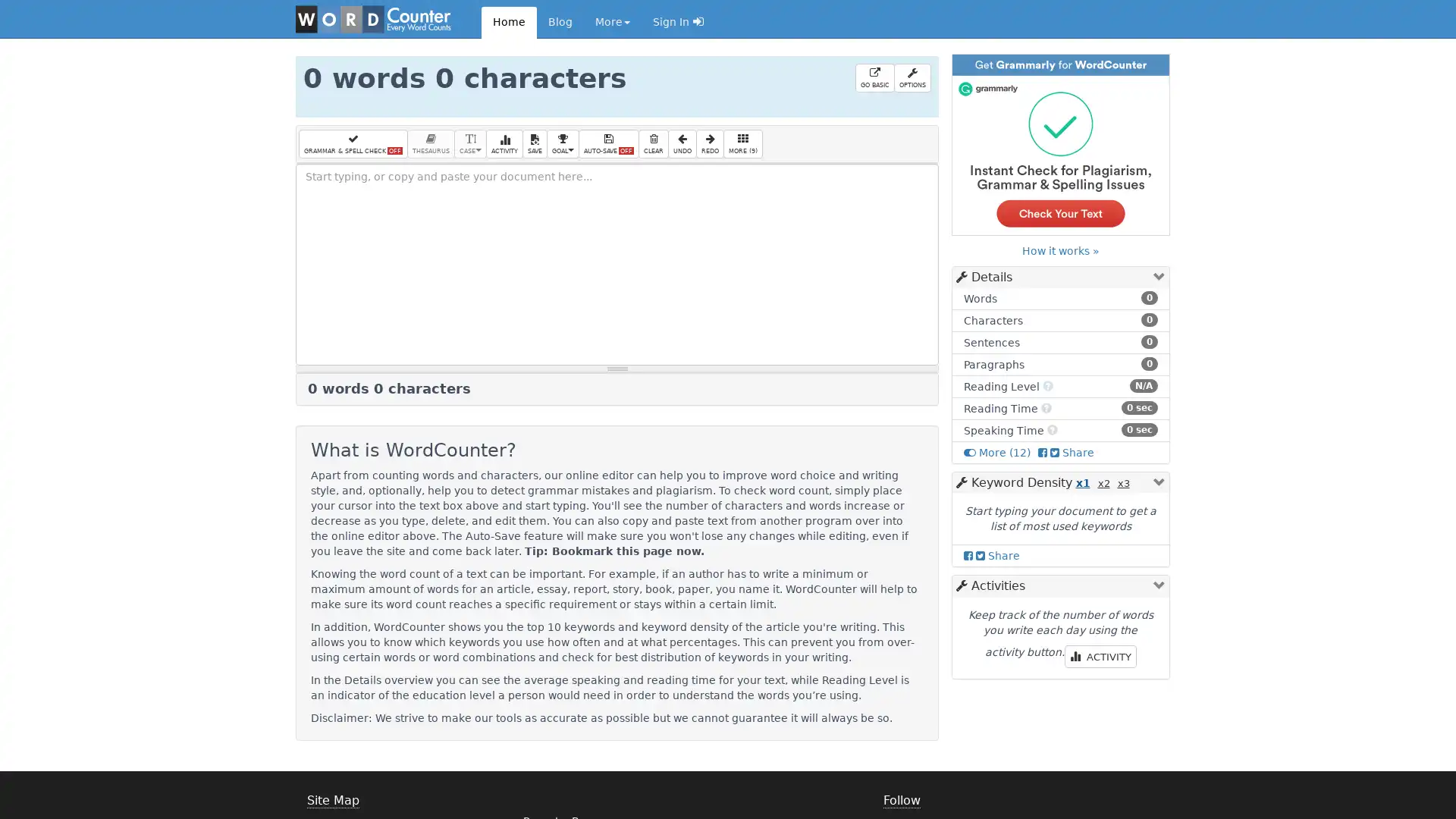 The width and height of the screenshot is (1456, 819). What do you see at coordinates (504, 143) in the screenshot?
I see `ACTIVITY` at bounding box center [504, 143].